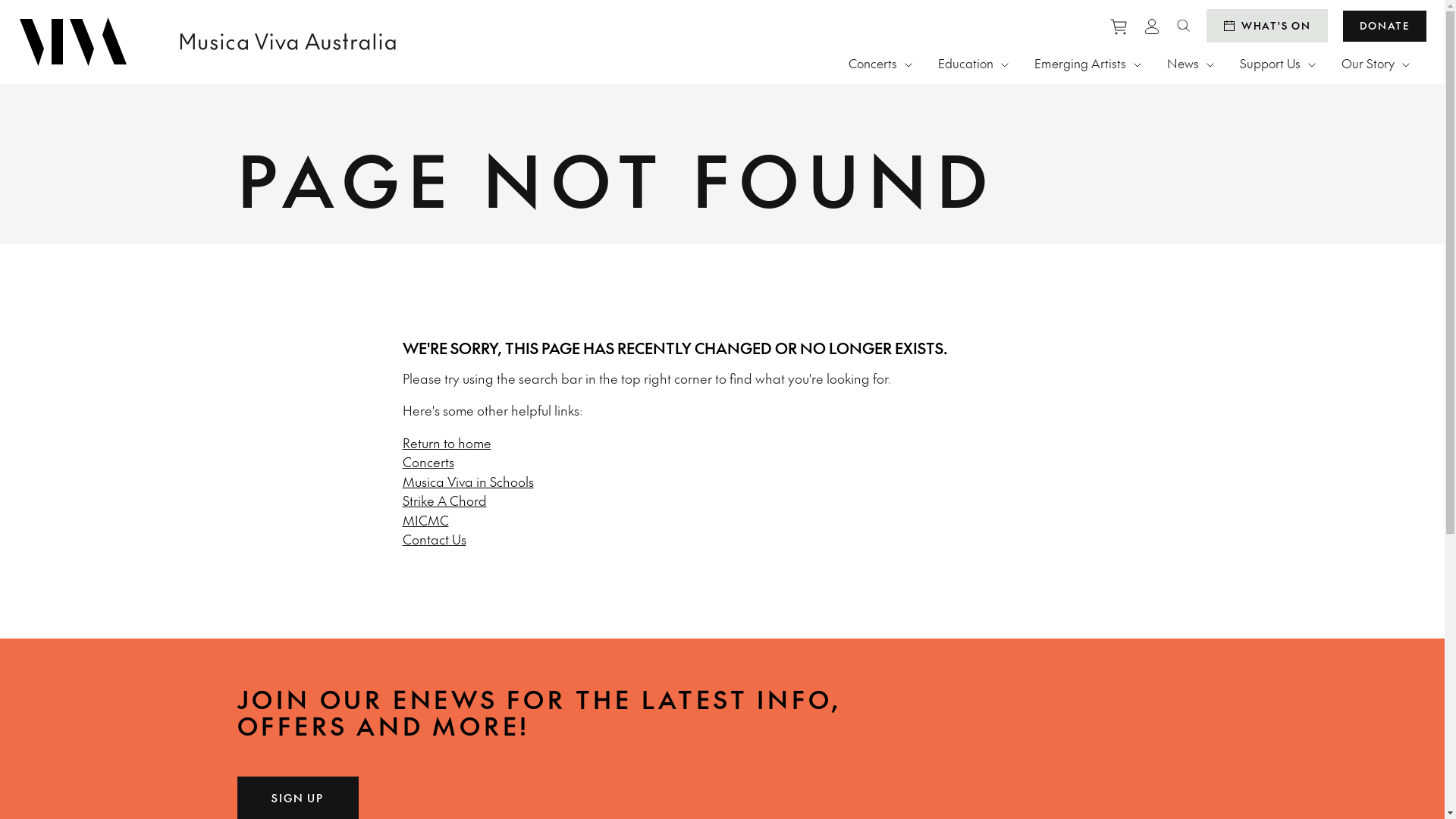  What do you see at coordinates (1182, 26) in the screenshot?
I see `'Search website'` at bounding box center [1182, 26].